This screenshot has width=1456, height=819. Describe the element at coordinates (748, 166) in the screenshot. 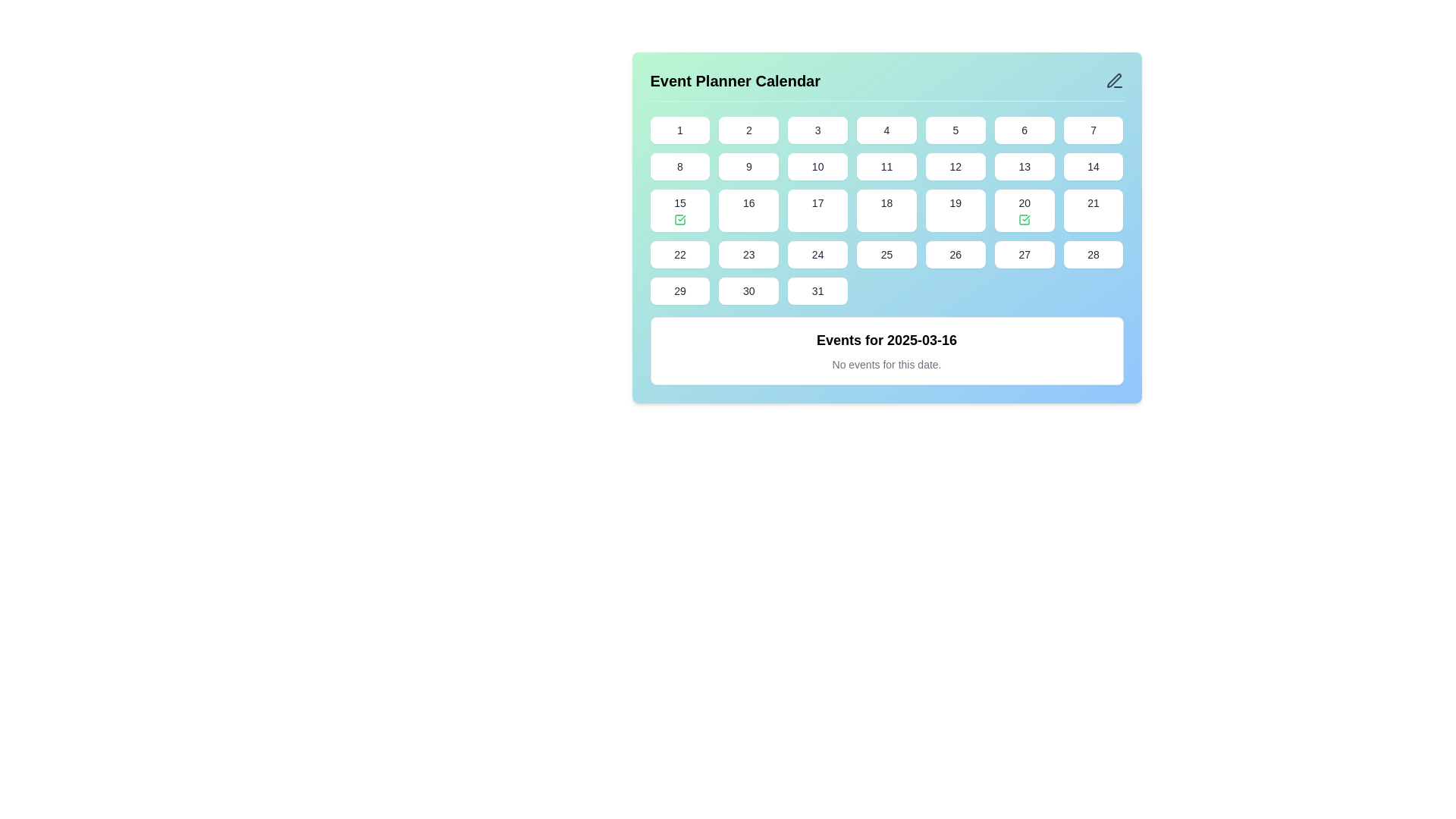

I see `the button displaying the numeral '9' in the second row and third column of the grid layout` at that location.